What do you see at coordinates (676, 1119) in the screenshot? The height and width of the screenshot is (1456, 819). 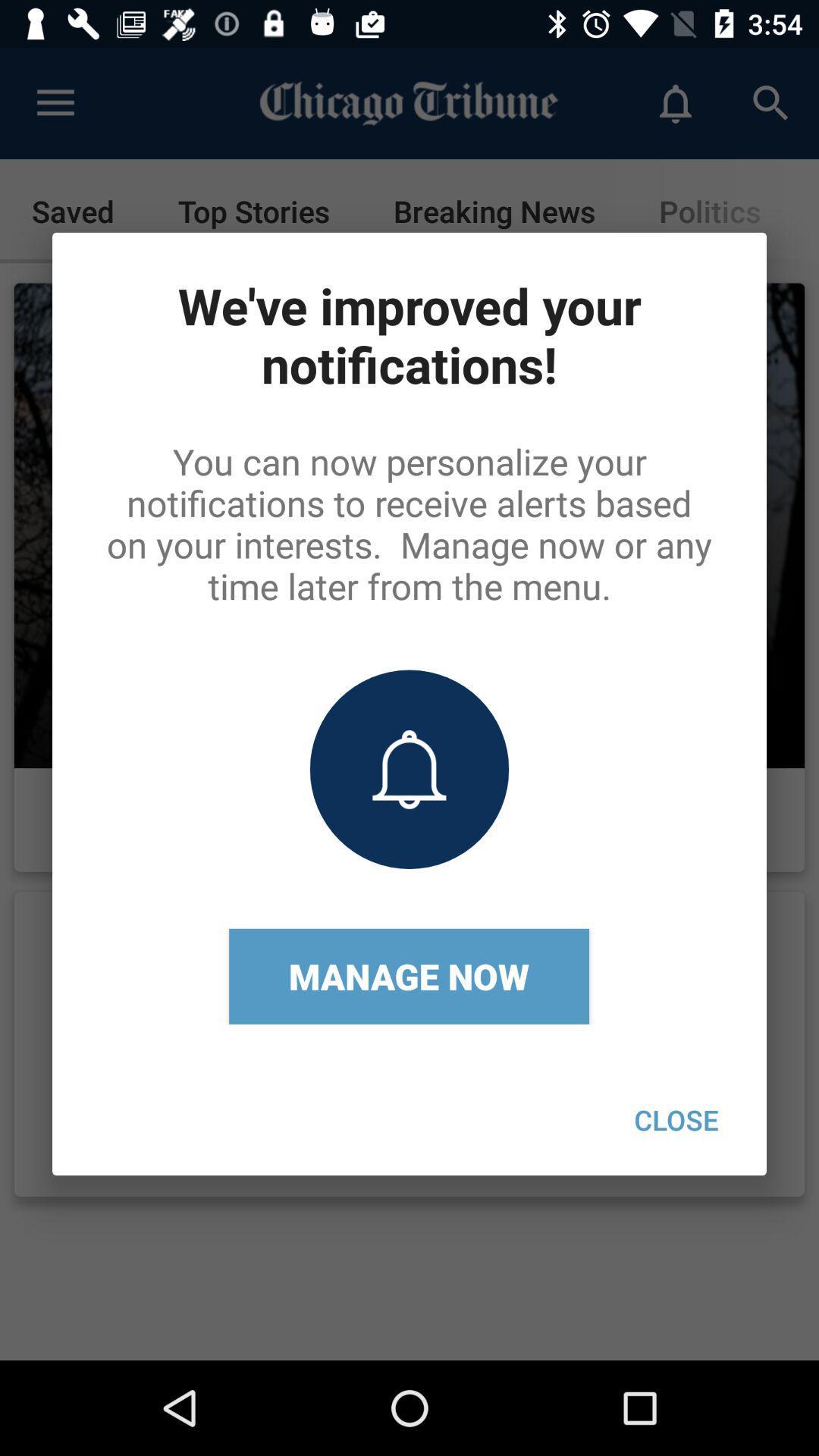 I see `the item below the you can now icon` at bounding box center [676, 1119].